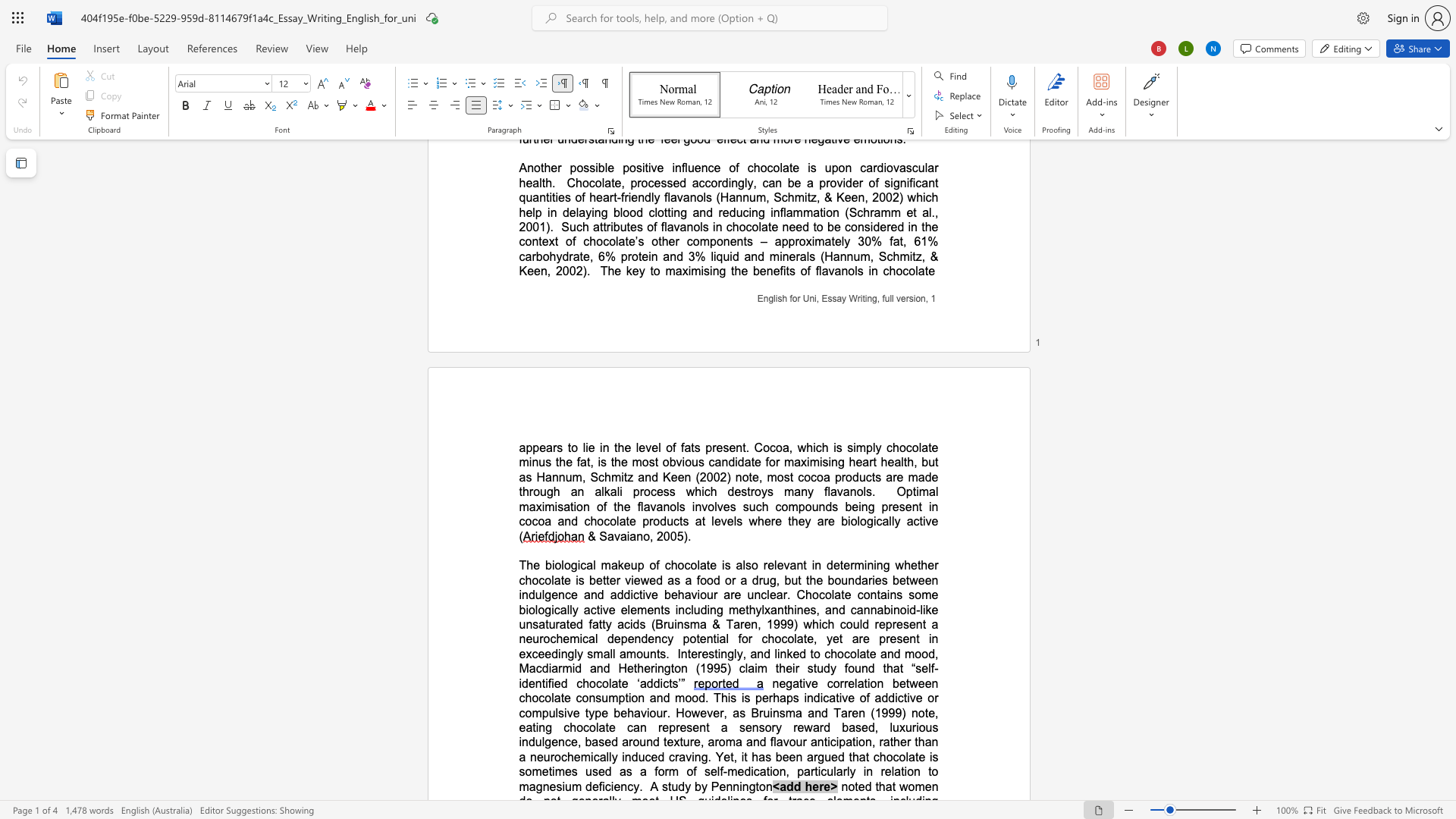  I want to click on the 1th character "r" in the text, so click(821, 786).